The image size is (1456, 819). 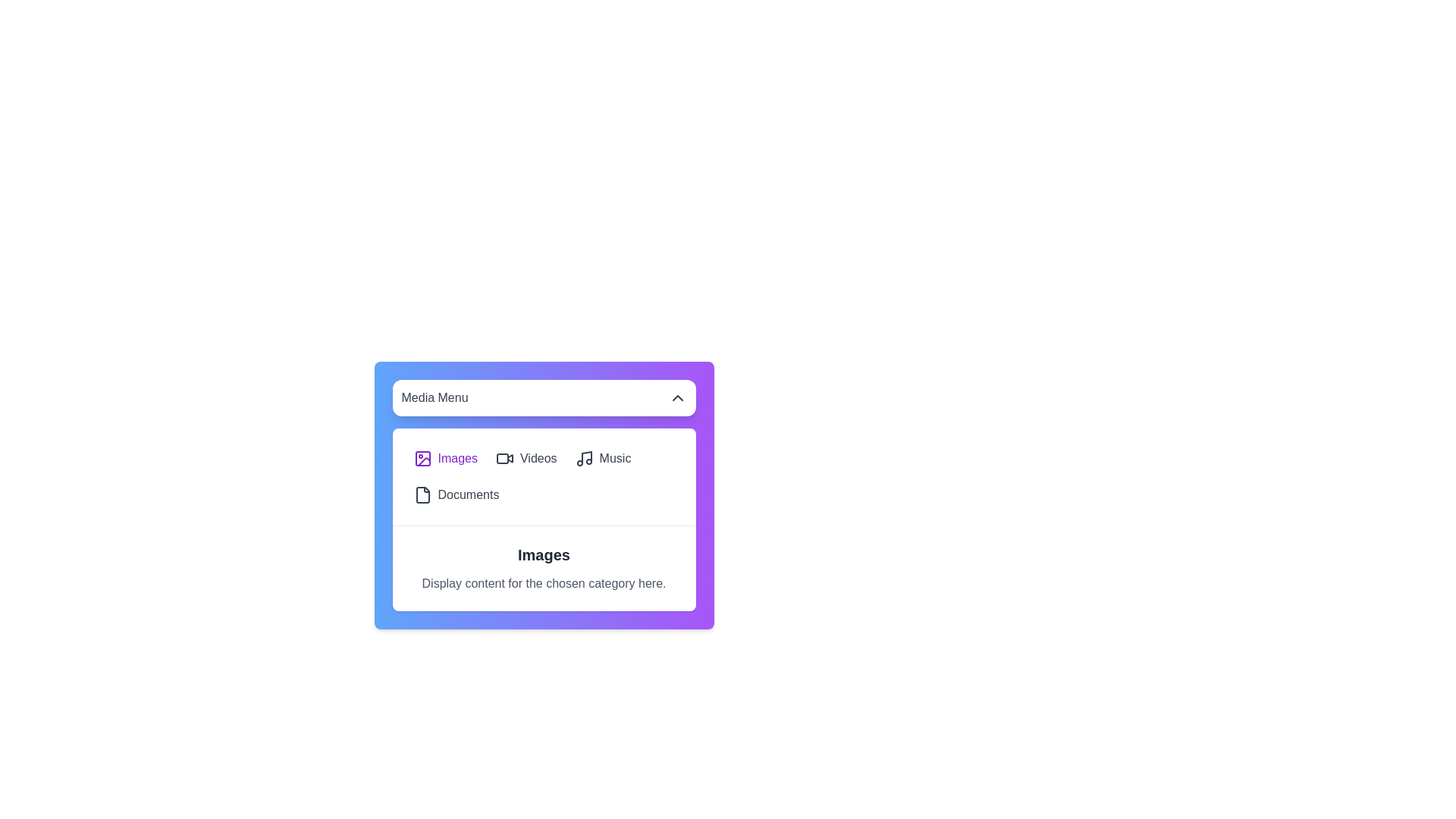 What do you see at coordinates (583, 458) in the screenshot?
I see `the small musical note icon located in the 'Music' option of the menu` at bounding box center [583, 458].